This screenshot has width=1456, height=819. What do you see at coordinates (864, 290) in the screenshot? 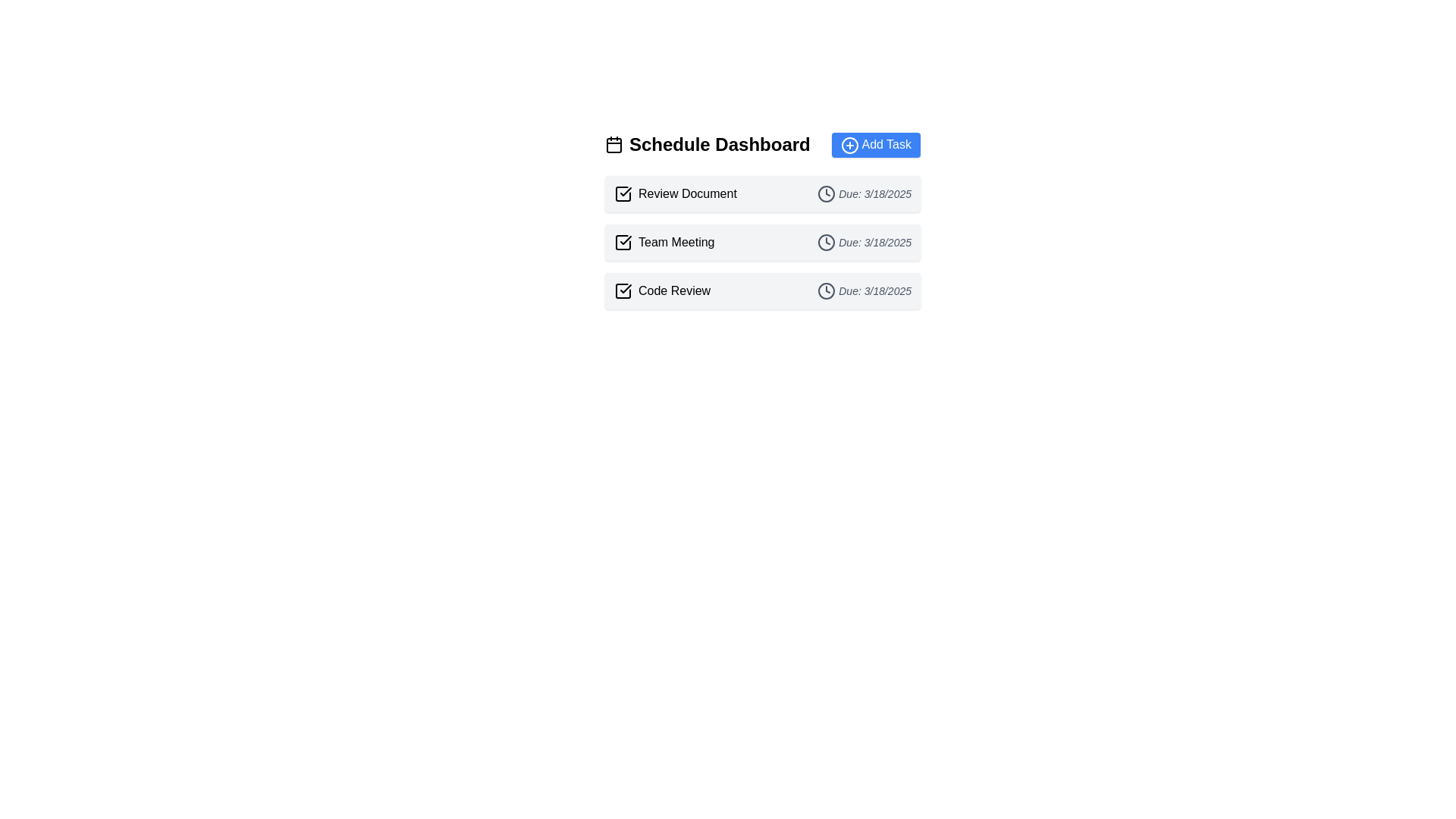
I see `the text element that displays the due date of the task 'Code Review' in the third task block under the 'Schedule Dashboard' heading` at bounding box center [864, 290].